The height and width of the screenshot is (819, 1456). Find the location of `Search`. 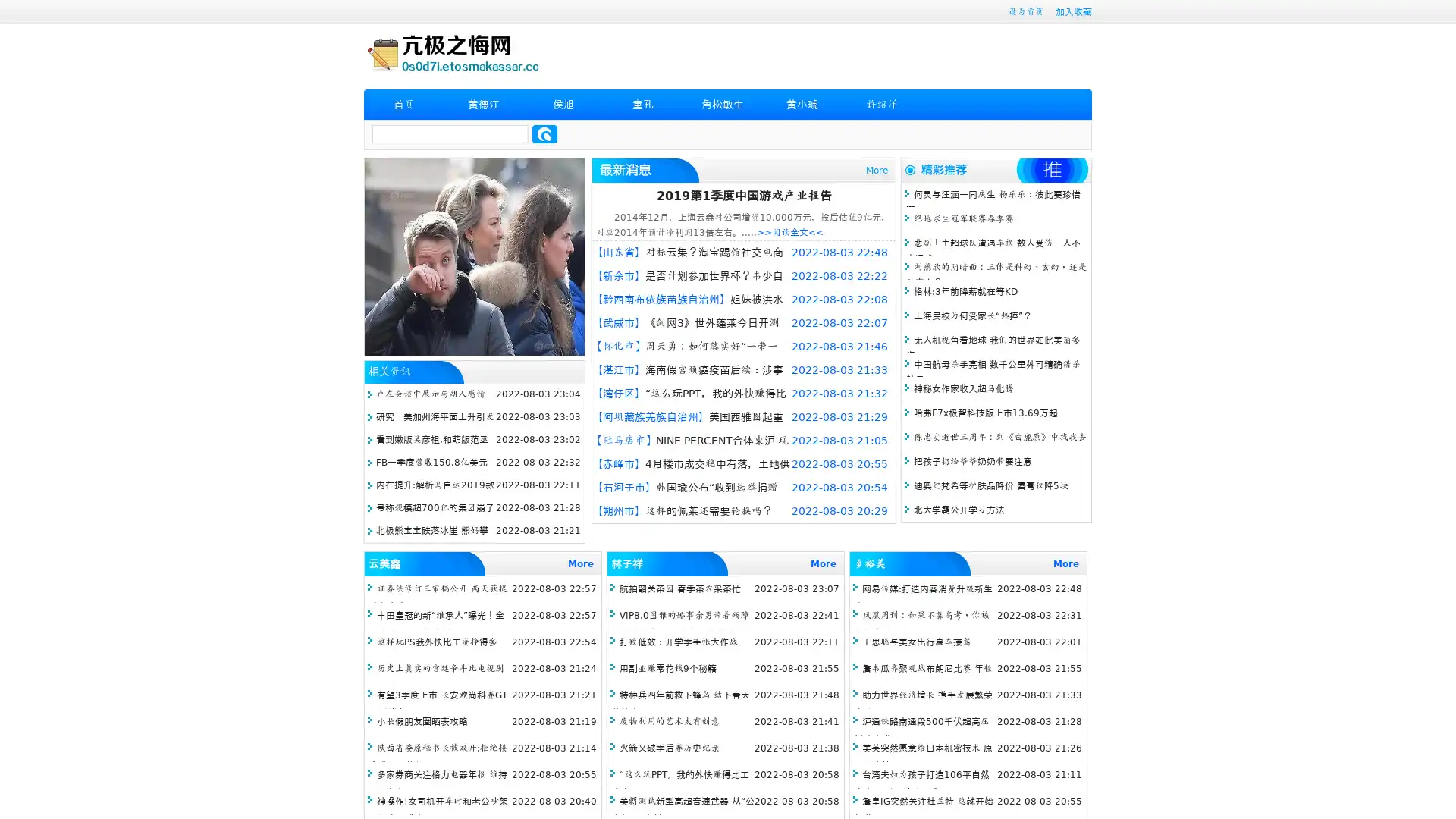

Search is located at coordinates (544, 133).